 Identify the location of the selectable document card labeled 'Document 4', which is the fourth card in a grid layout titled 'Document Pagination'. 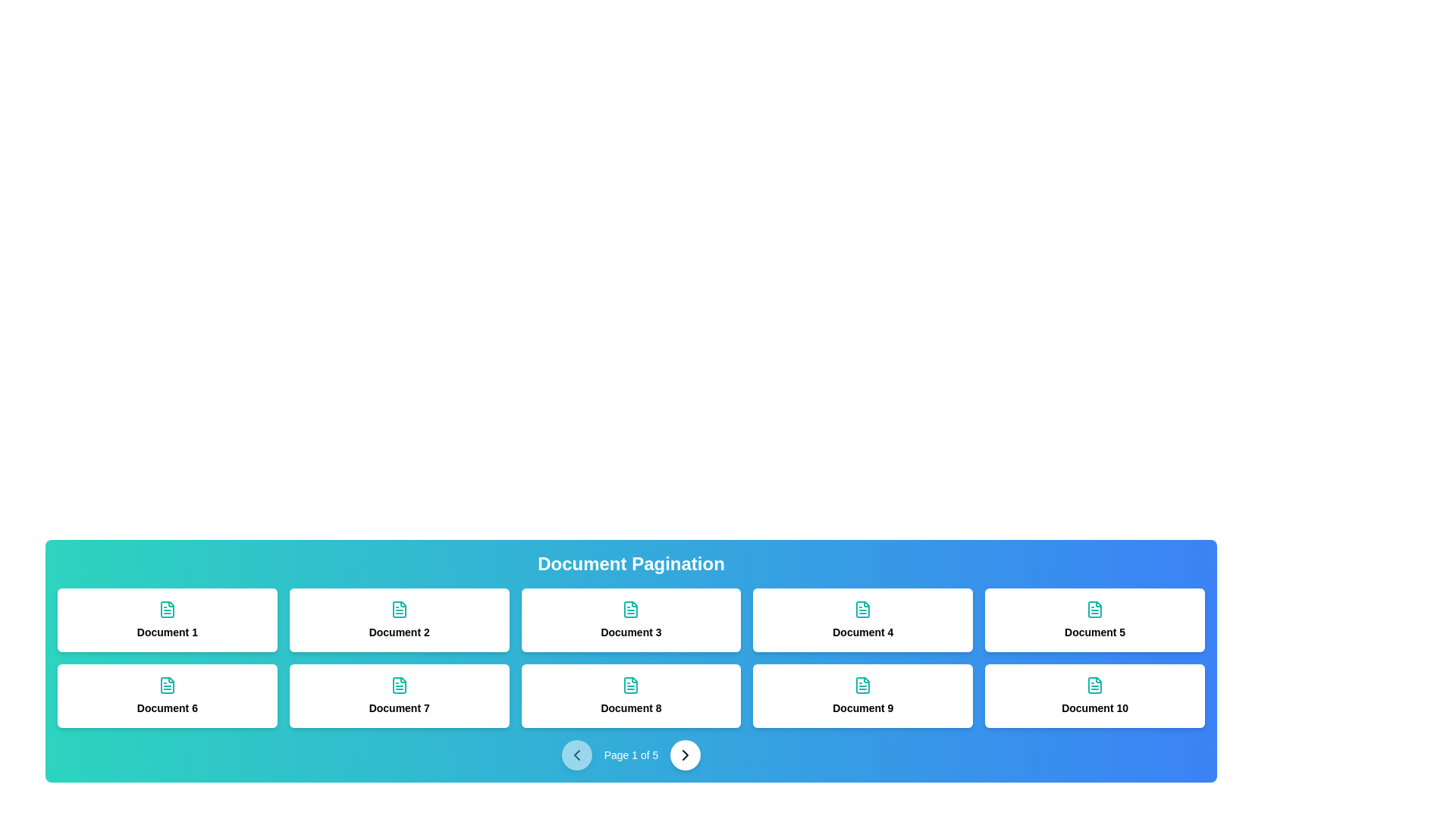
(862, 620).